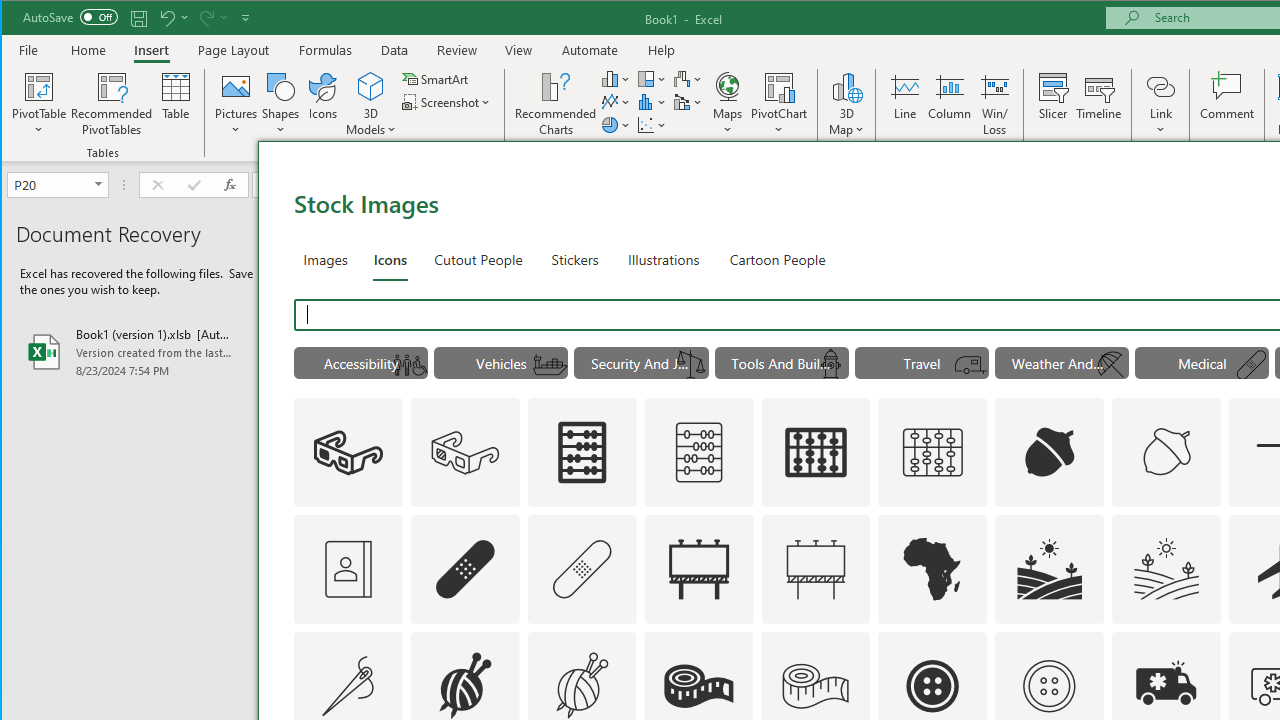 This screenshot has height=720, width=1280. Describe the element at coordinates (781, 362) in the screenshot. I see `'"Tools And Building" Icons.'` at that location.